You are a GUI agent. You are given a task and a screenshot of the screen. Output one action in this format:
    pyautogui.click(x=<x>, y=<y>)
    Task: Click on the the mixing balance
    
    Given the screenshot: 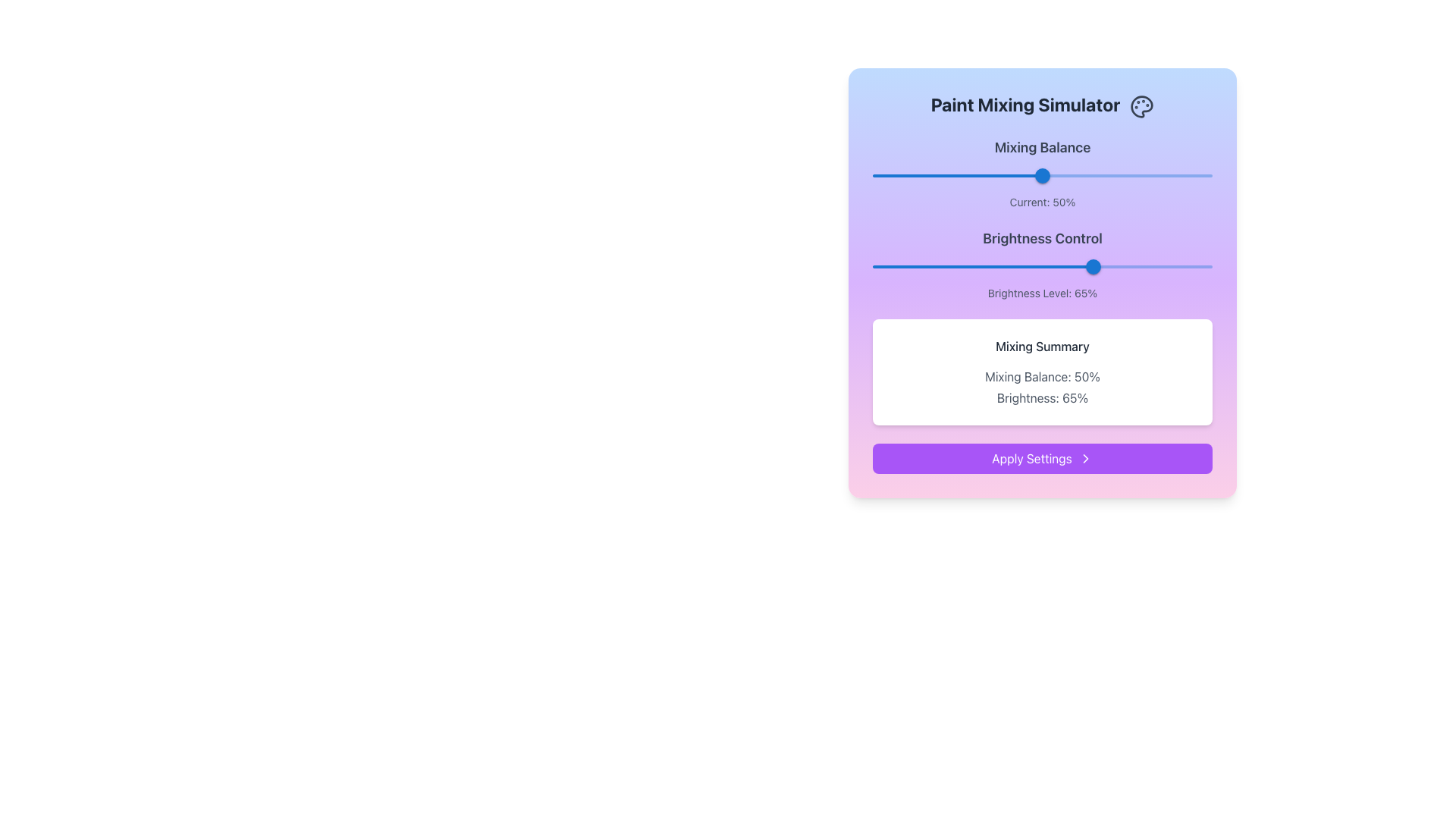 What is the action you would take?
    pyautogui.click(x=1041, y=174)
    